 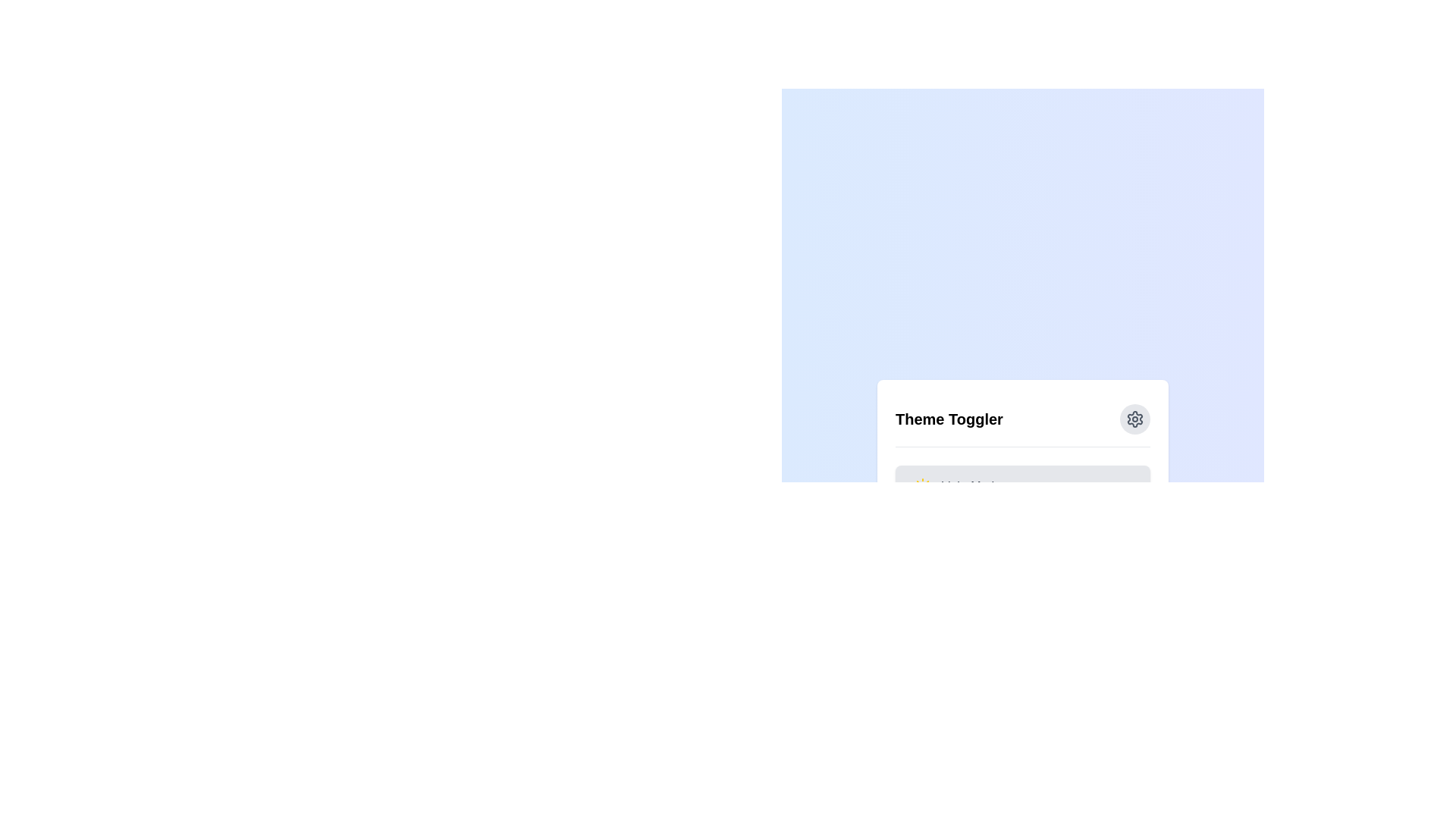 What do you see at coordinates (956, 485) in the screenshot?
I see `the theme card for Light mode` at bounding box center [956, 485].